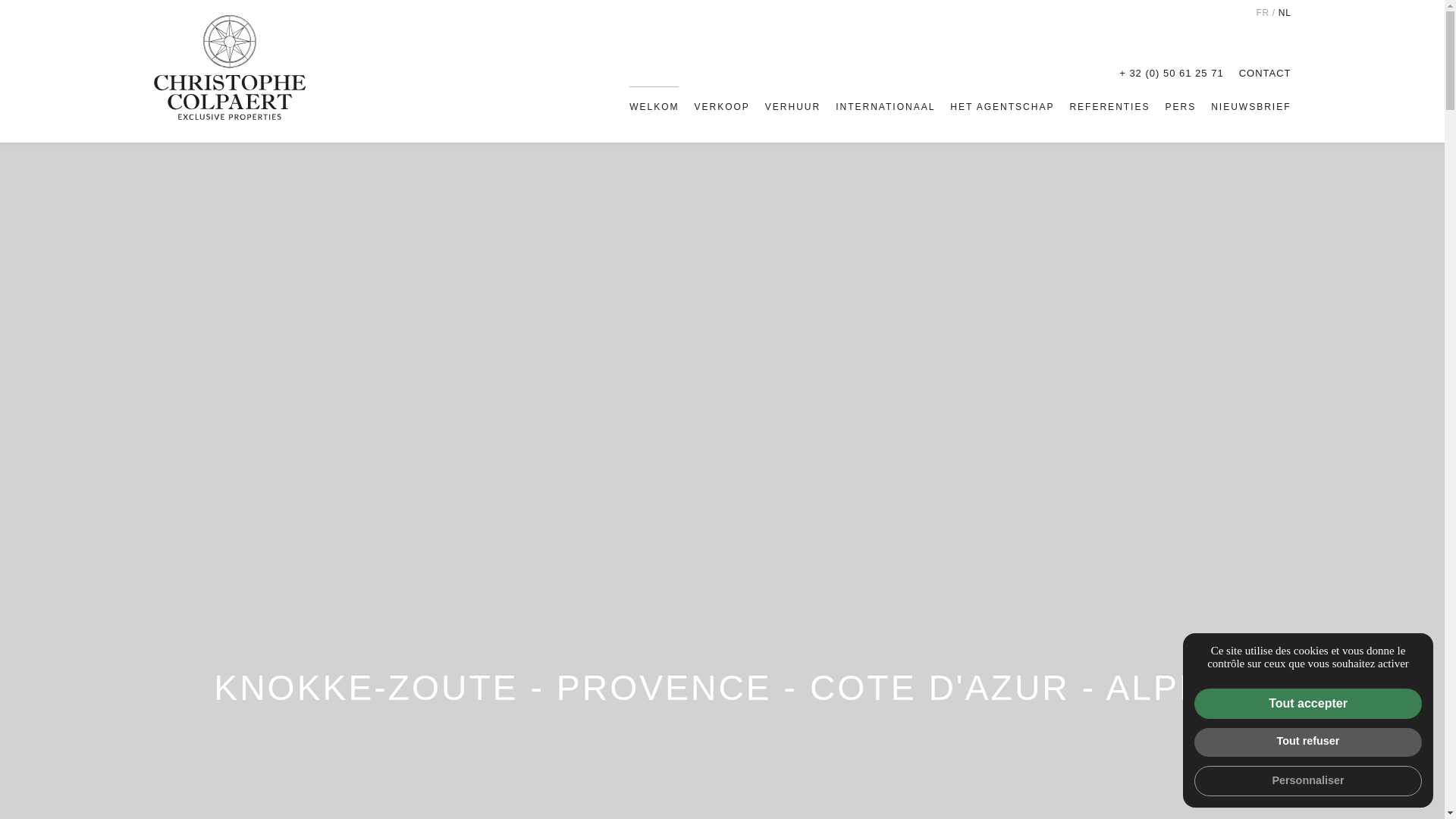 The image size is (1456, 819). Describe the element at coordinates (1262, 12) in the screenshot. I see `'FR'` at that location.